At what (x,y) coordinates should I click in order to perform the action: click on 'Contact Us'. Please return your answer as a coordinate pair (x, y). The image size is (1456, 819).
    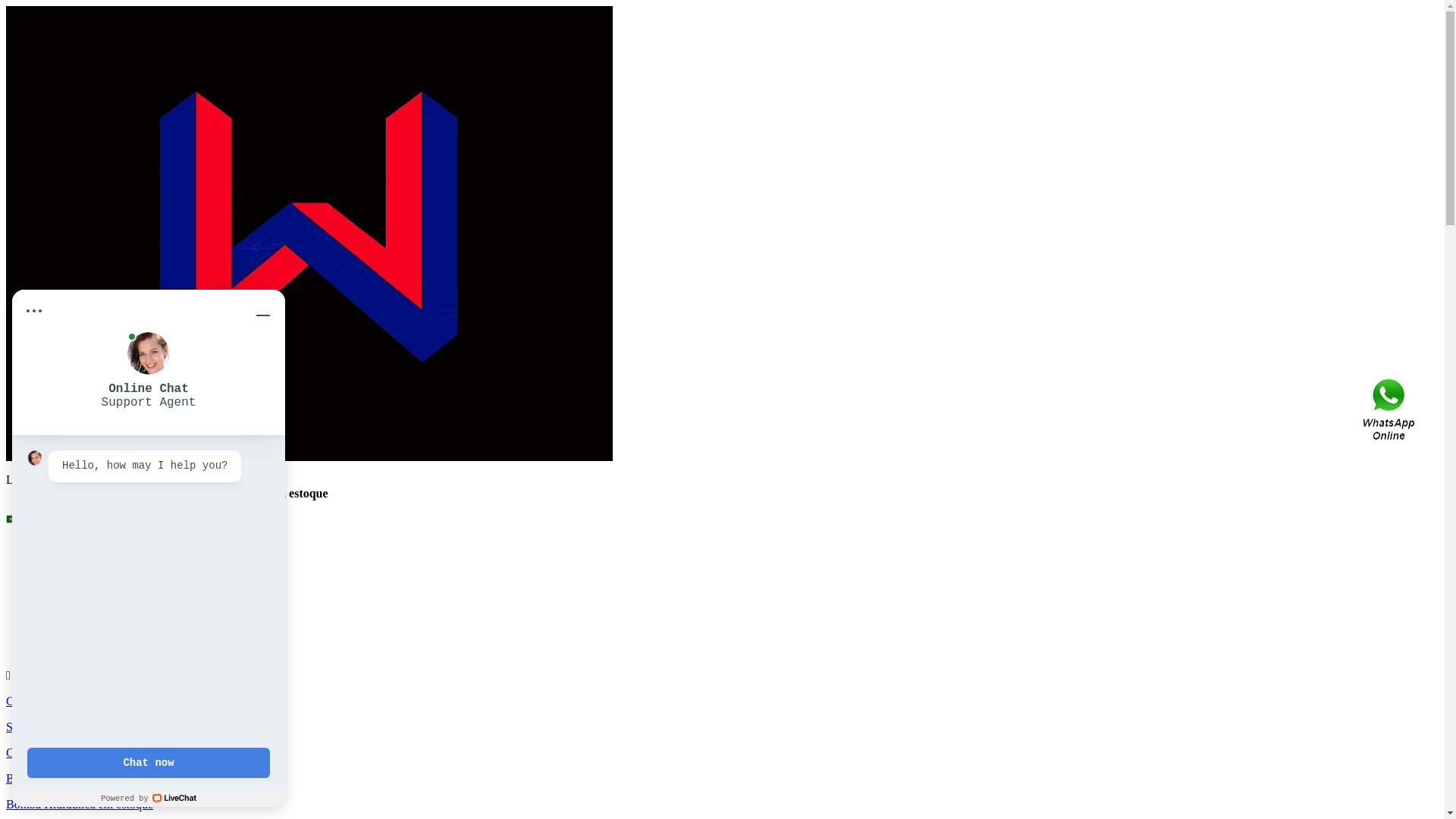
    Looking at the image, I should click on (1390, 409).